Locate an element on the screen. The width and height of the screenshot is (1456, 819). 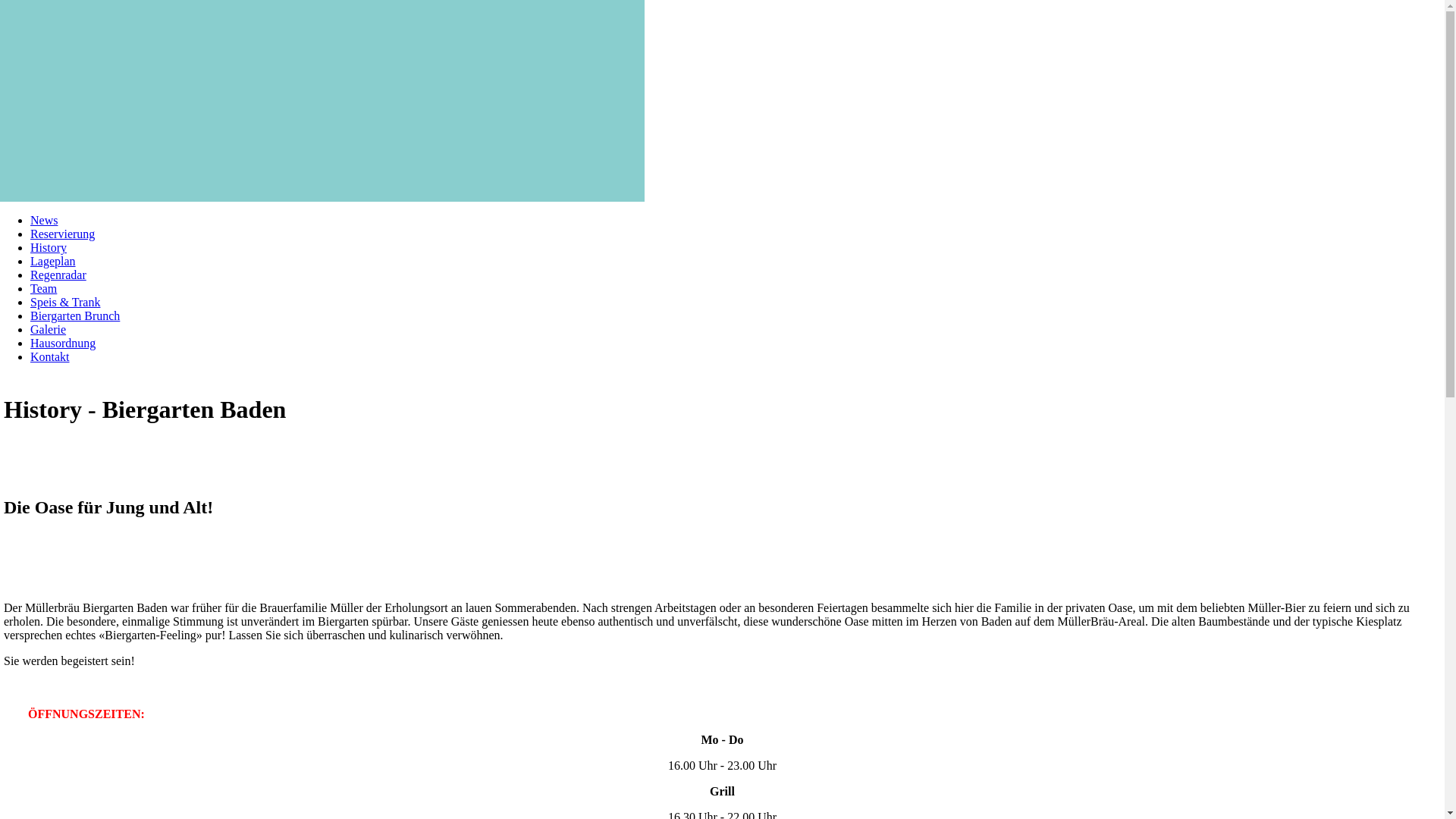
'Team' is located at coordinates (30, 288).